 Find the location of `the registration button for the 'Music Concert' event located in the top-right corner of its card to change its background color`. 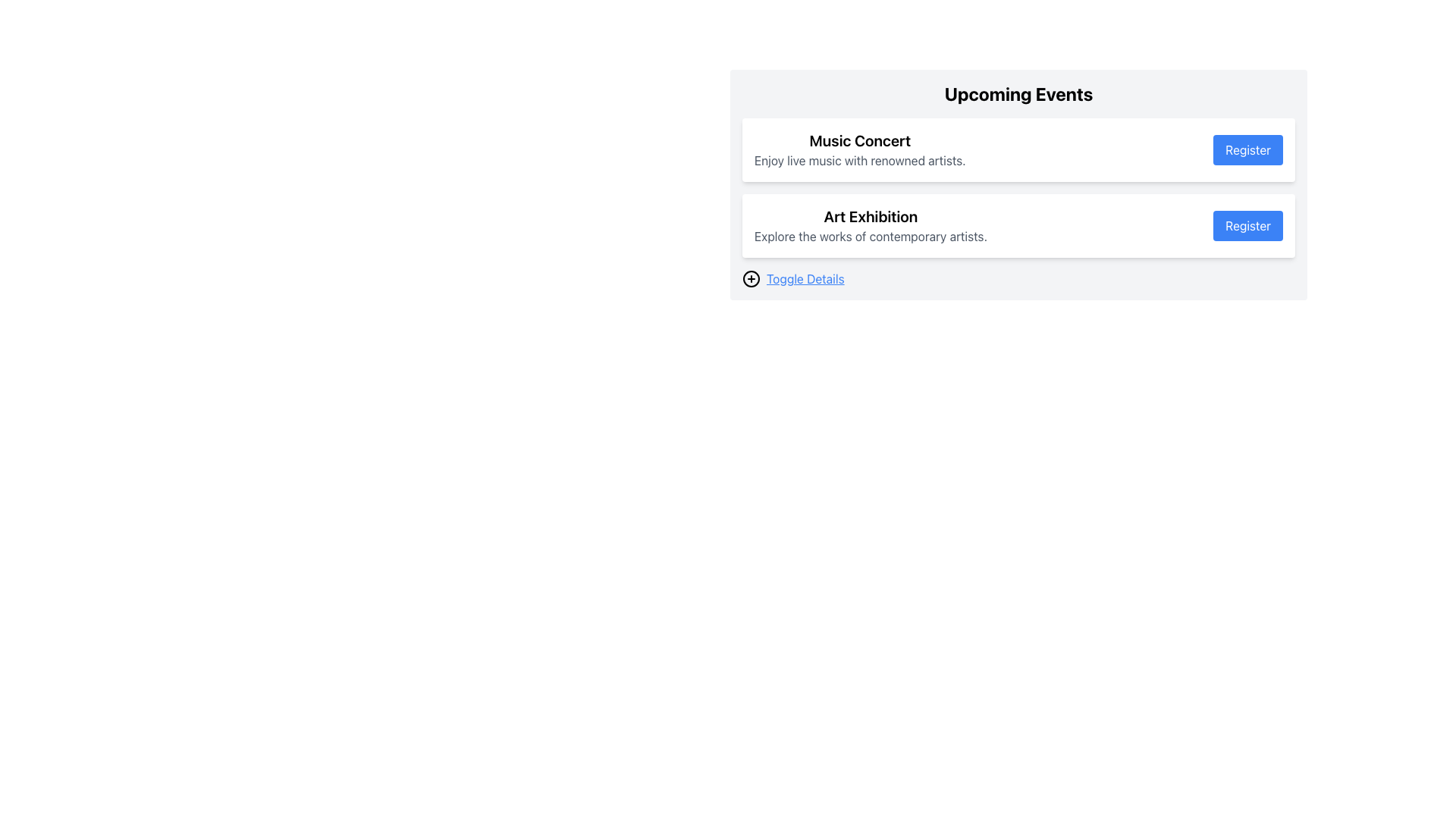

the registration button for the 'Music Concert' event located in the top-right corner of its card to change its background color is located at coordinates (1248, 149).